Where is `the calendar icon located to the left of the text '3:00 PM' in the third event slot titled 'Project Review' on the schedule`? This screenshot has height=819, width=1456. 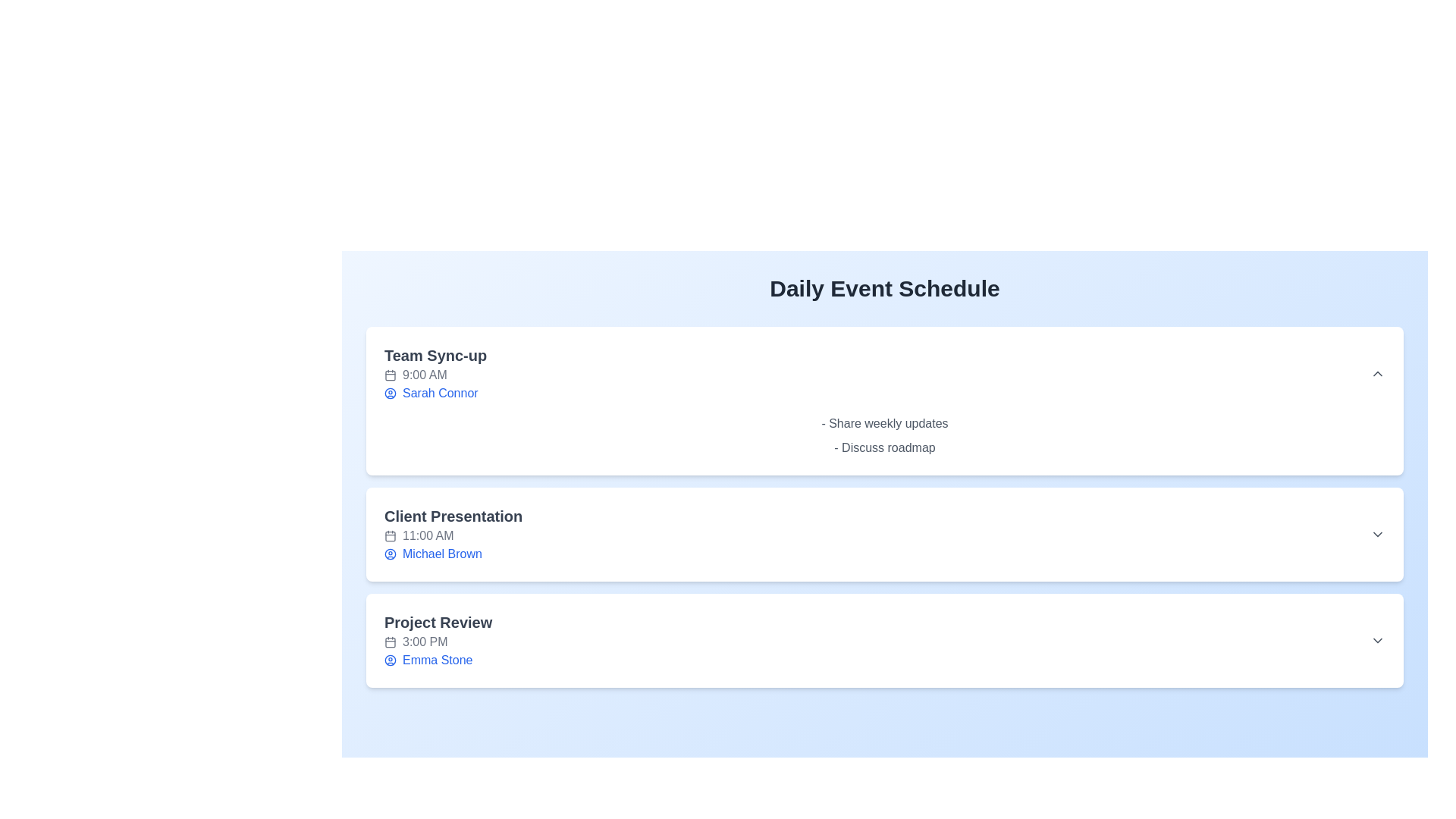
the calendar icon located to the left of the text '3:00 PM' in the third event slot titled 'Project Review' on the schedule is located at coordinates (390, 642).